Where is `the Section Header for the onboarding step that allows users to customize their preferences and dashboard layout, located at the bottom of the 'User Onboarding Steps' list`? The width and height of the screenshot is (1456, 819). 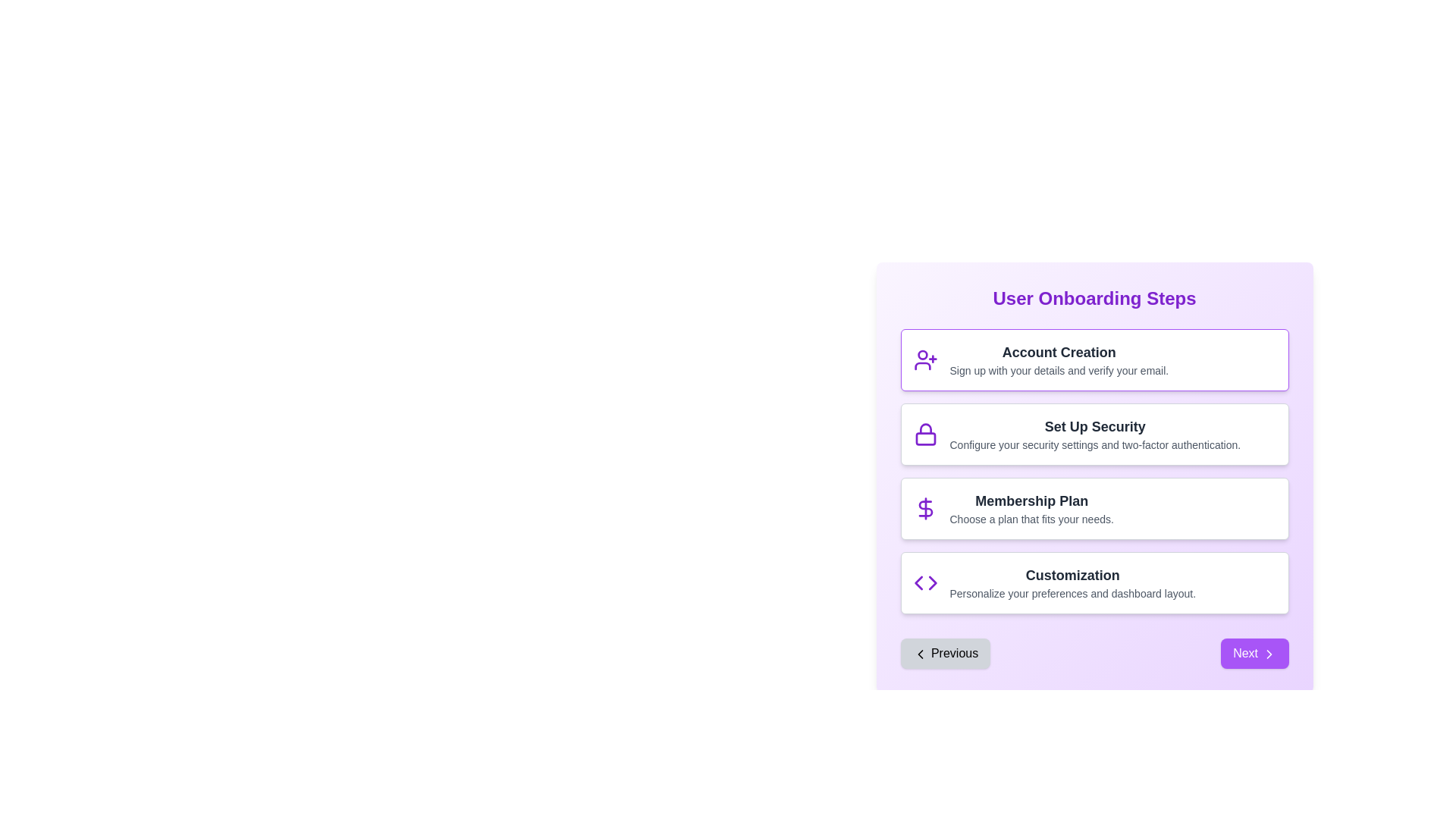 the Section Header for the onboarding step that allows users to customize their preferences and dashboard layout, located at the bottom of the 'User Onboarding Steps' list is located at coordinates (1072, 582).